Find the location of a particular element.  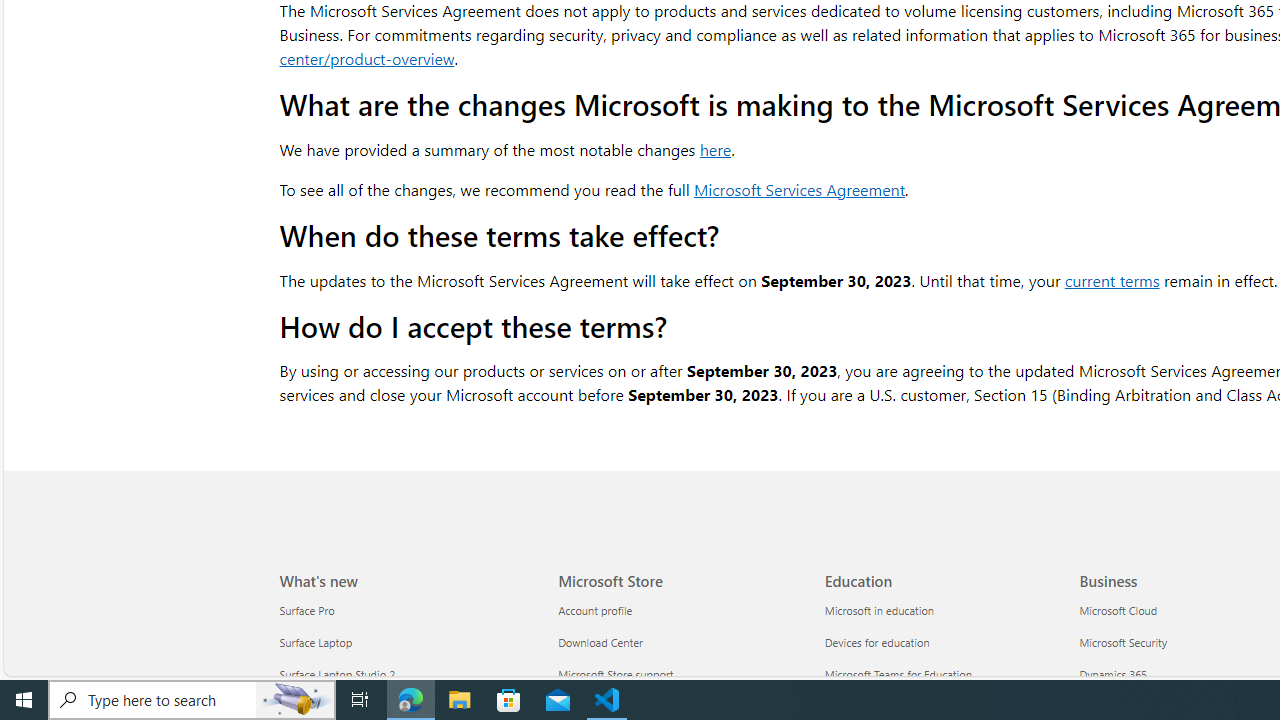

'Microsoft Cloud Business' is located at coordinates (1117, 610).